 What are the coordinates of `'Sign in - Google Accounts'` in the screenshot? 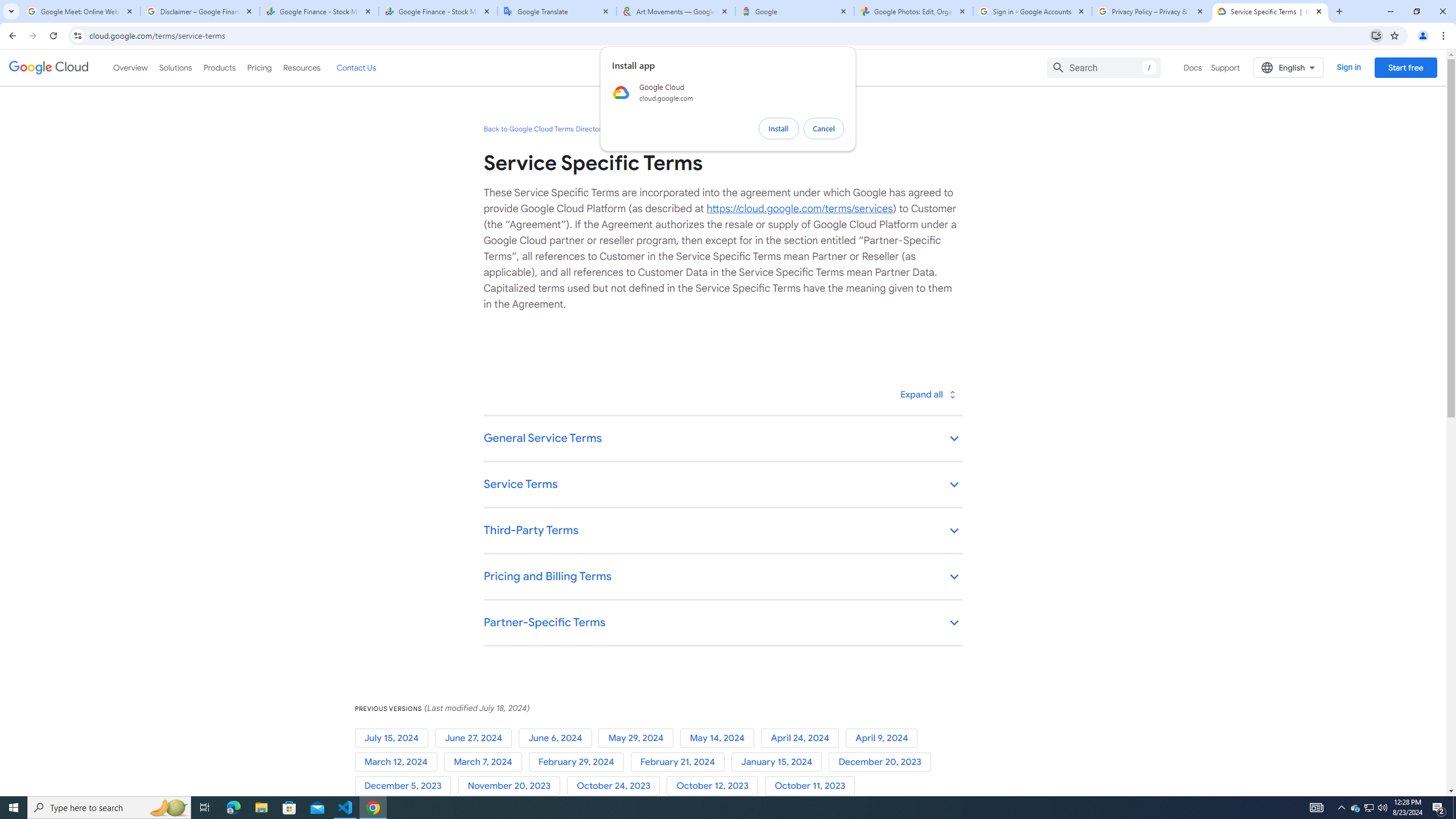 It's located at (1032, 11).